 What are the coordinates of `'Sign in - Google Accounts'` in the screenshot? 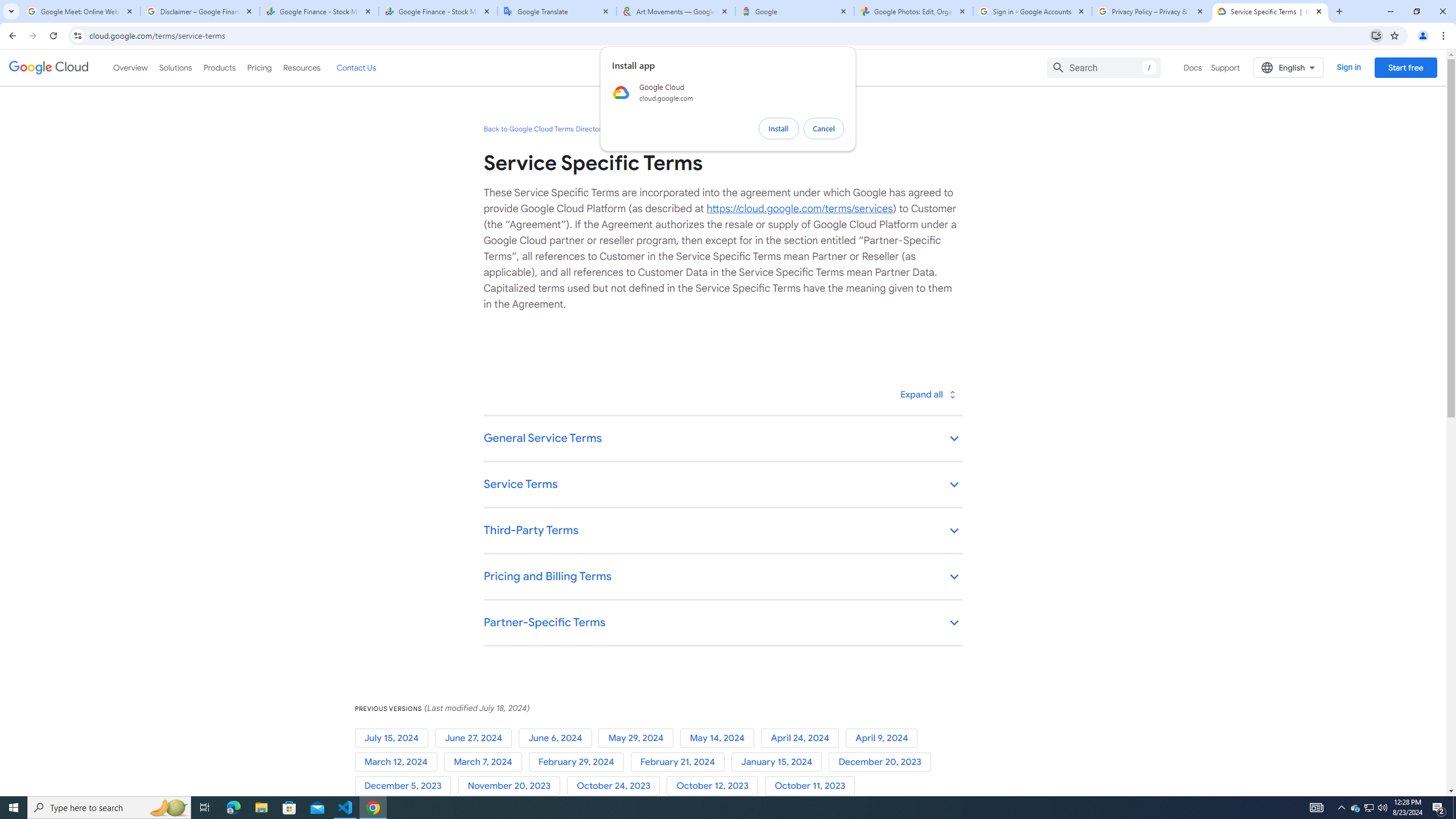 It's located at (1032, 11).